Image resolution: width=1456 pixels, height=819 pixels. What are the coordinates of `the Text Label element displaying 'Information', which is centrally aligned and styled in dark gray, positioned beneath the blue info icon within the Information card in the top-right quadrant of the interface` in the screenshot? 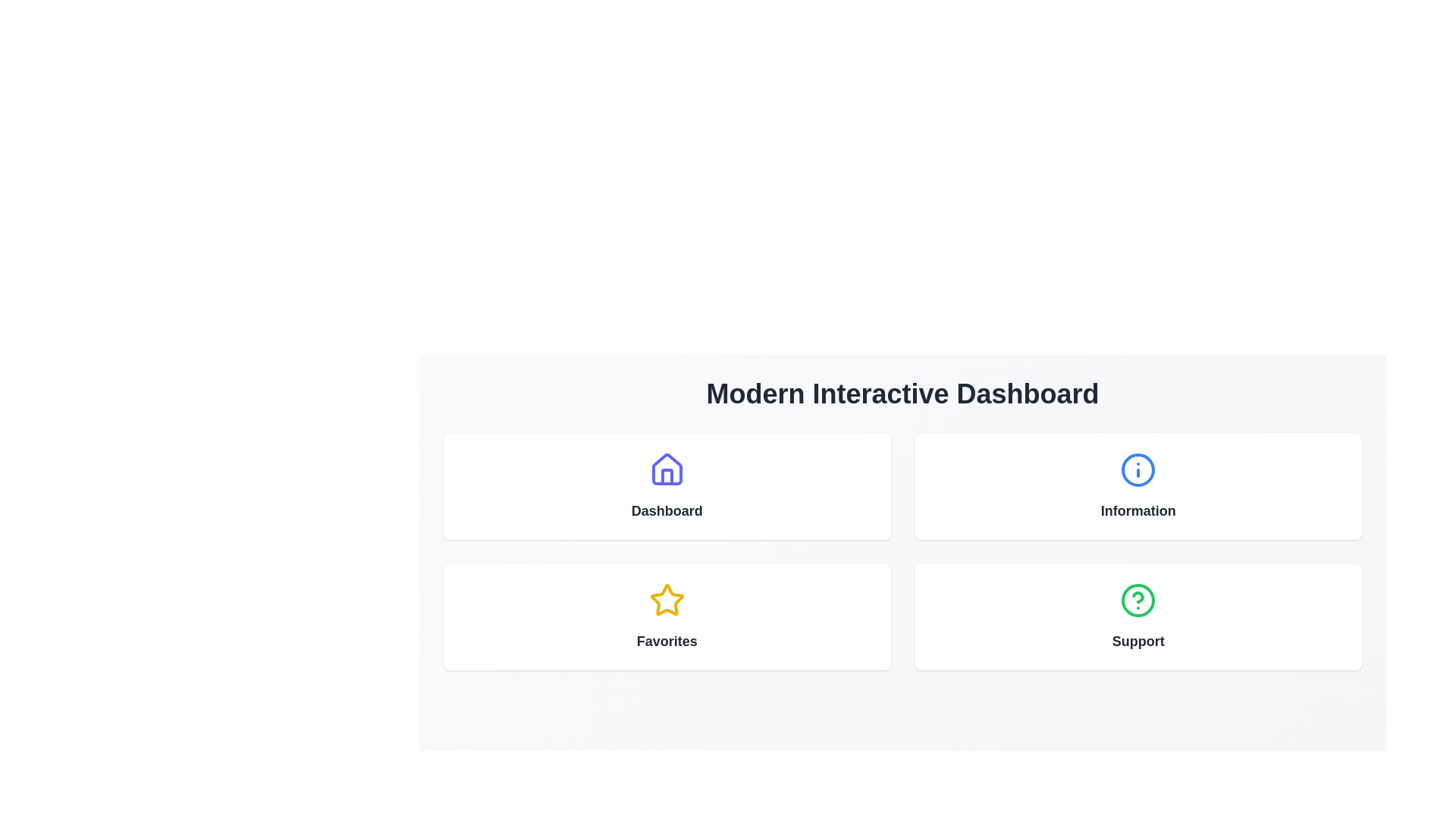 It's located at (1138, 511).